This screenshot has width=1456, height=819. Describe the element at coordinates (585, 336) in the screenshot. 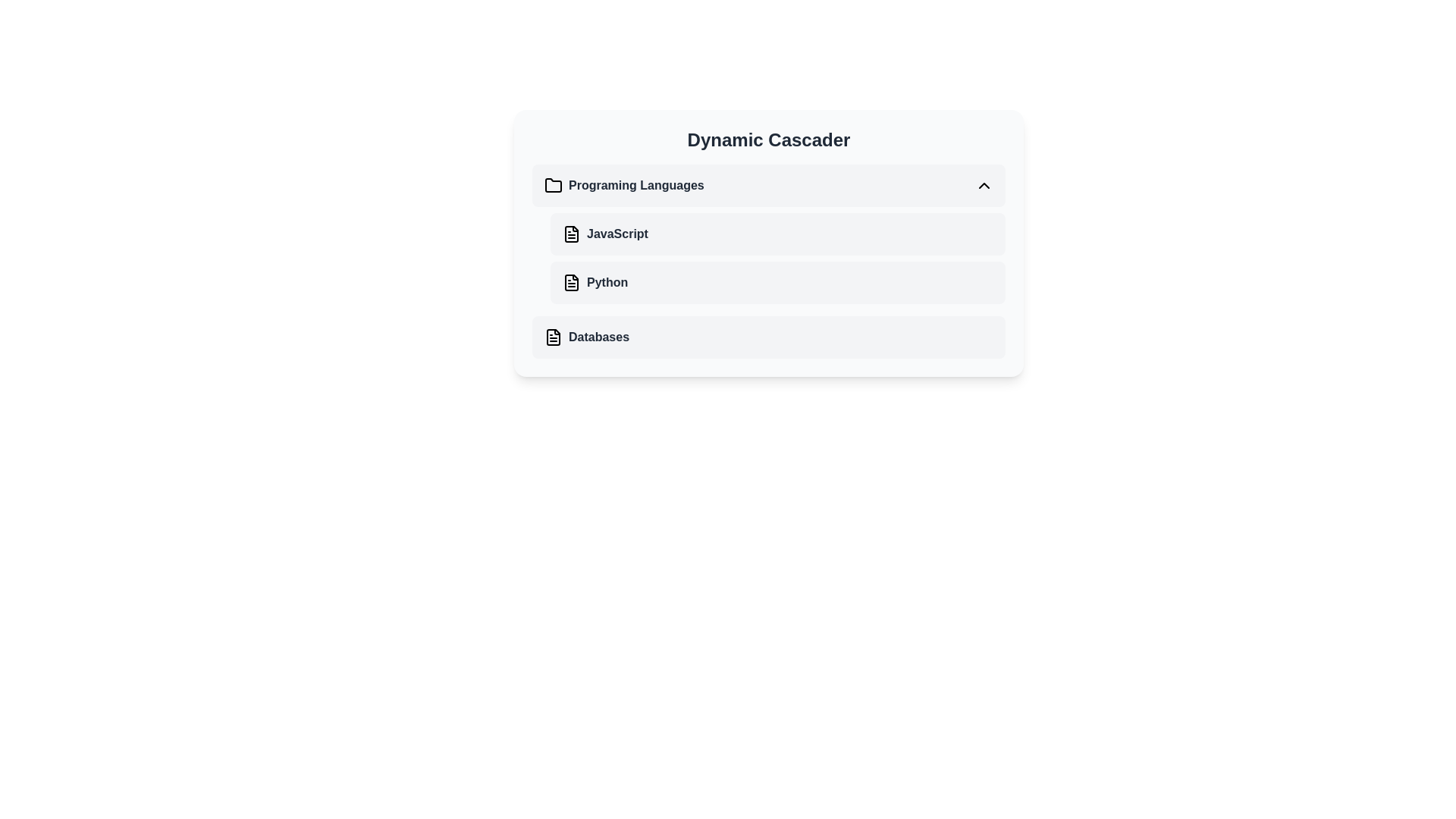

I see `the text label displaying 'Databases', which is styled with bold font and gray color` at that location.